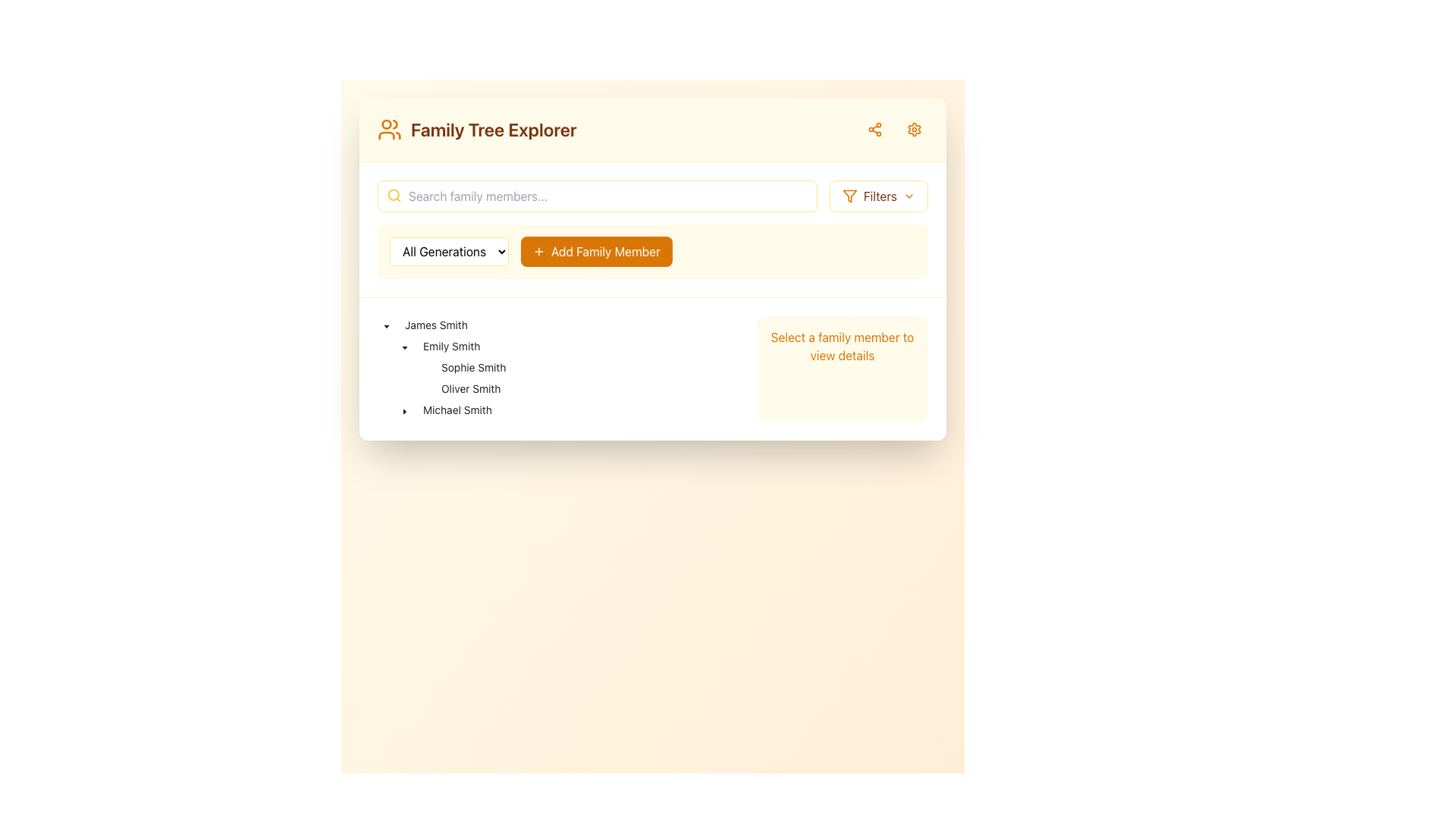 This screenshot has width=1456, height=819. What do you see at coordinates (404, 346) in the screenshot?
I see `the Tree toggle button (Icon) next to 'Emily Smith'` at bounding box center [404, 346].